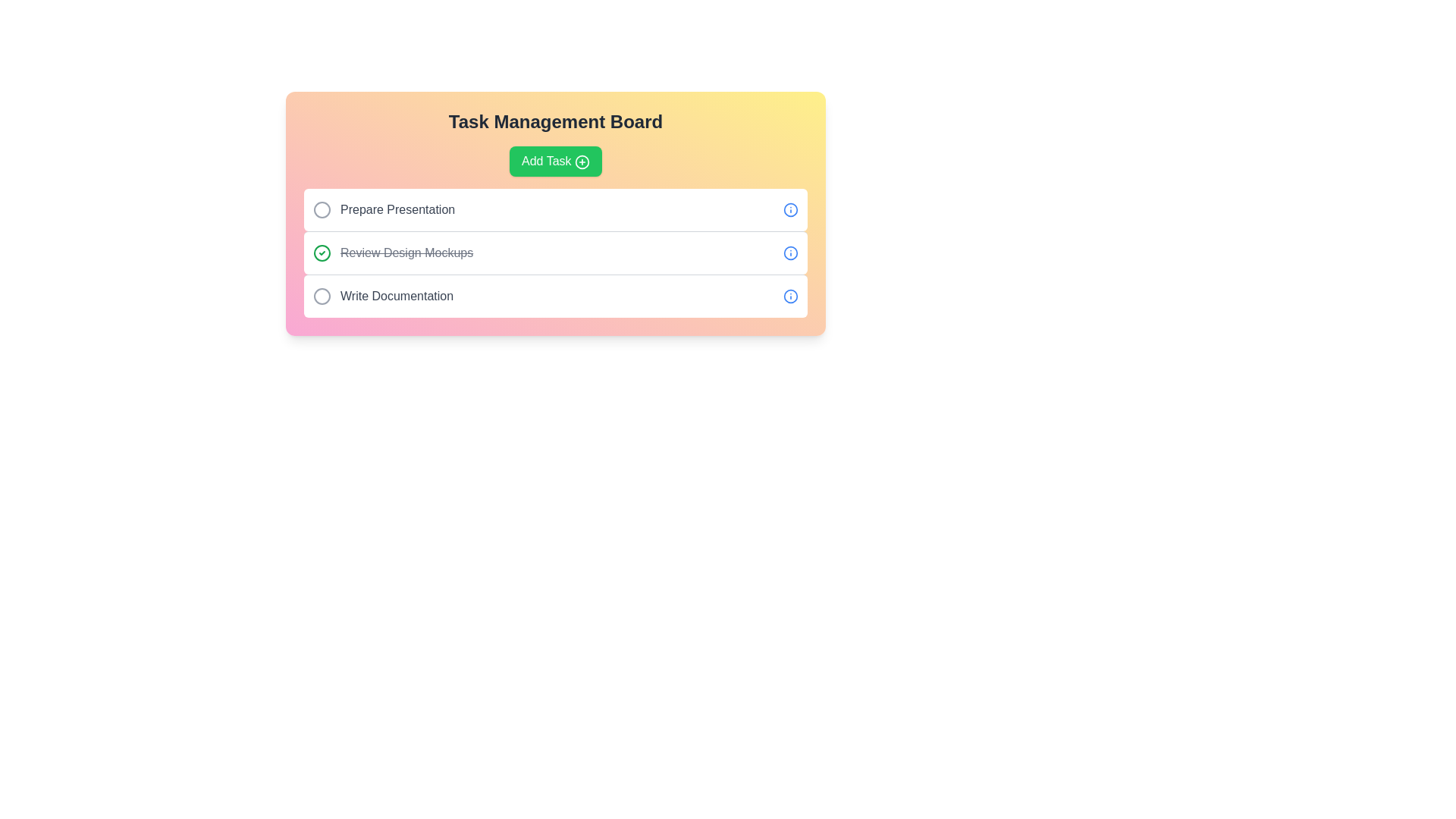 The width and height of the screenshot is (1456, 819). I want to click on the name of the task Write Documentation, so click(322, 296).